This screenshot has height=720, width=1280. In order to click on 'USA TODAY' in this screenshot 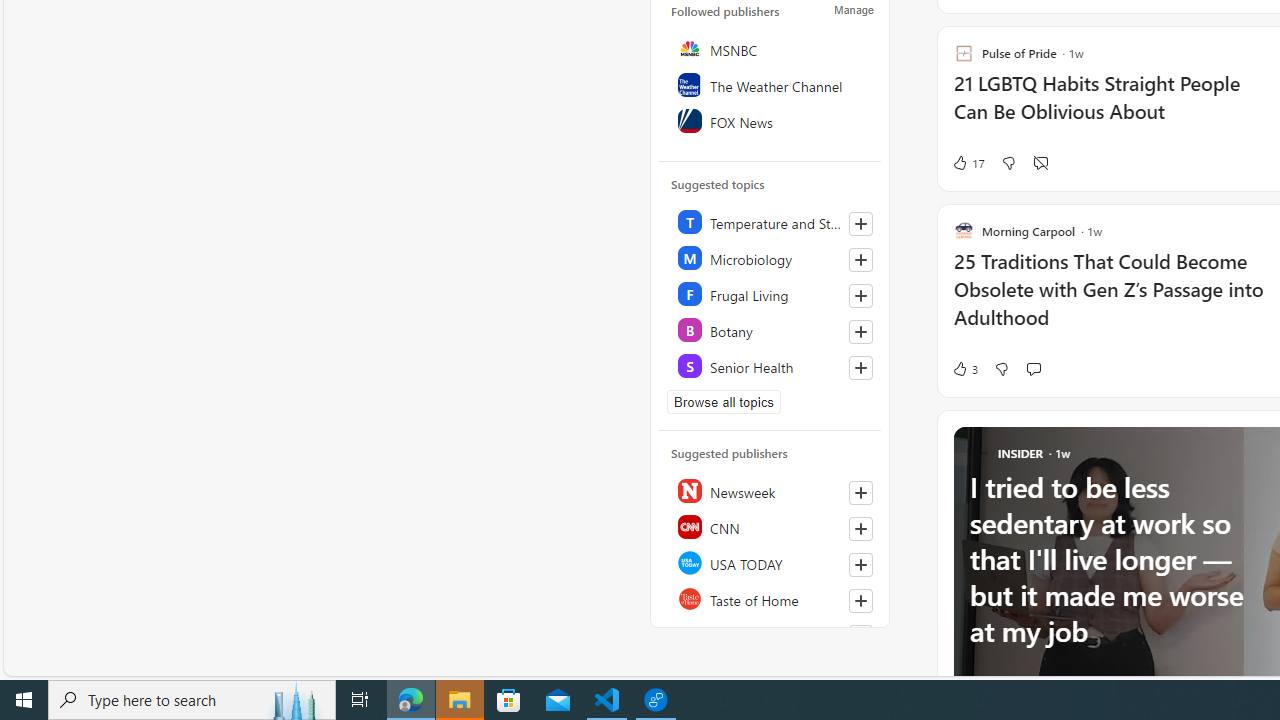, I will do `click(770, 563)`.